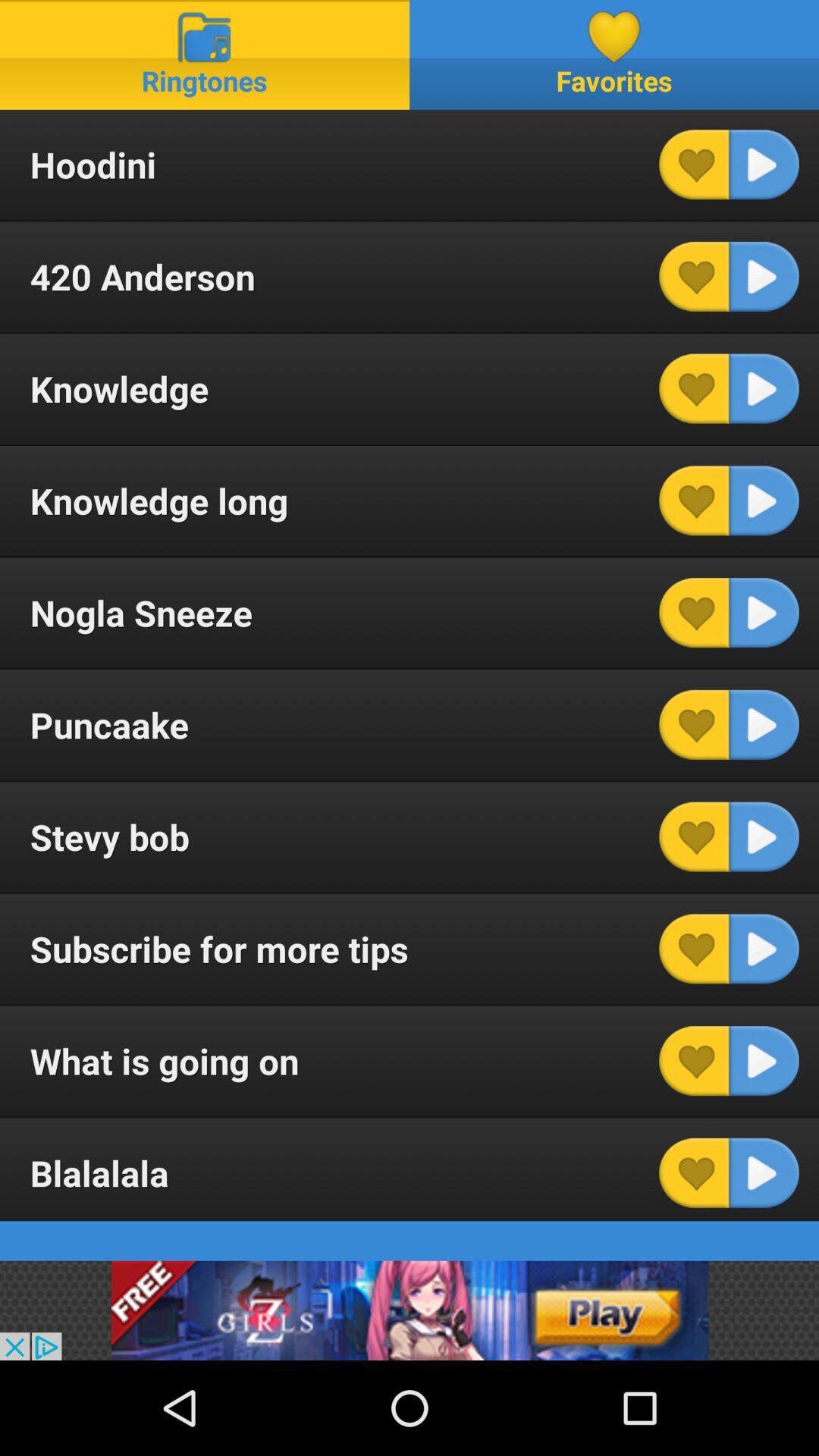 This screenshot has height=1456, width=819. I want to click on ringtone, so click(764, 723).